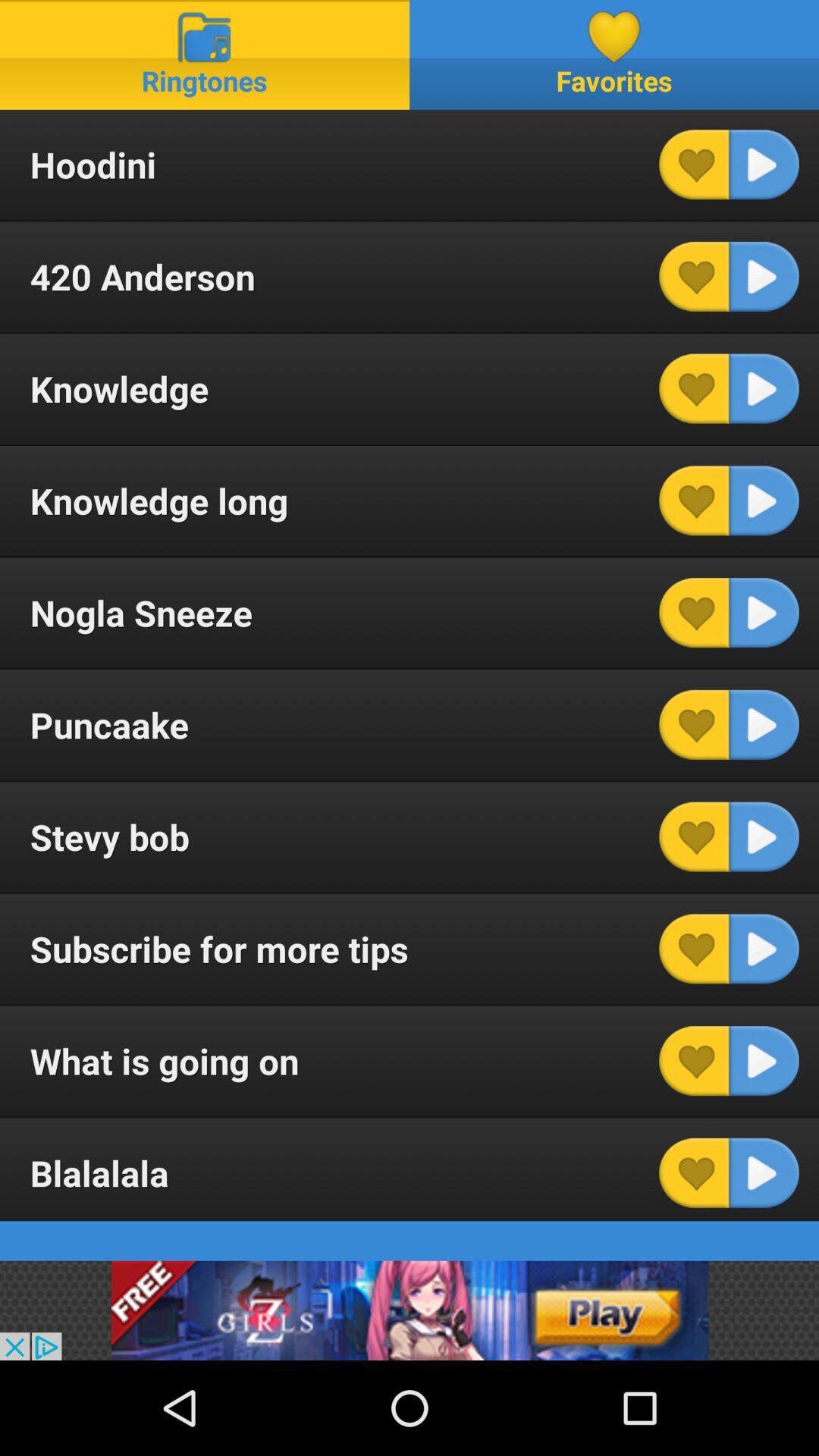 This screenshot has height=1456, width=819. I want to click on ringtone, so click(764, 723).